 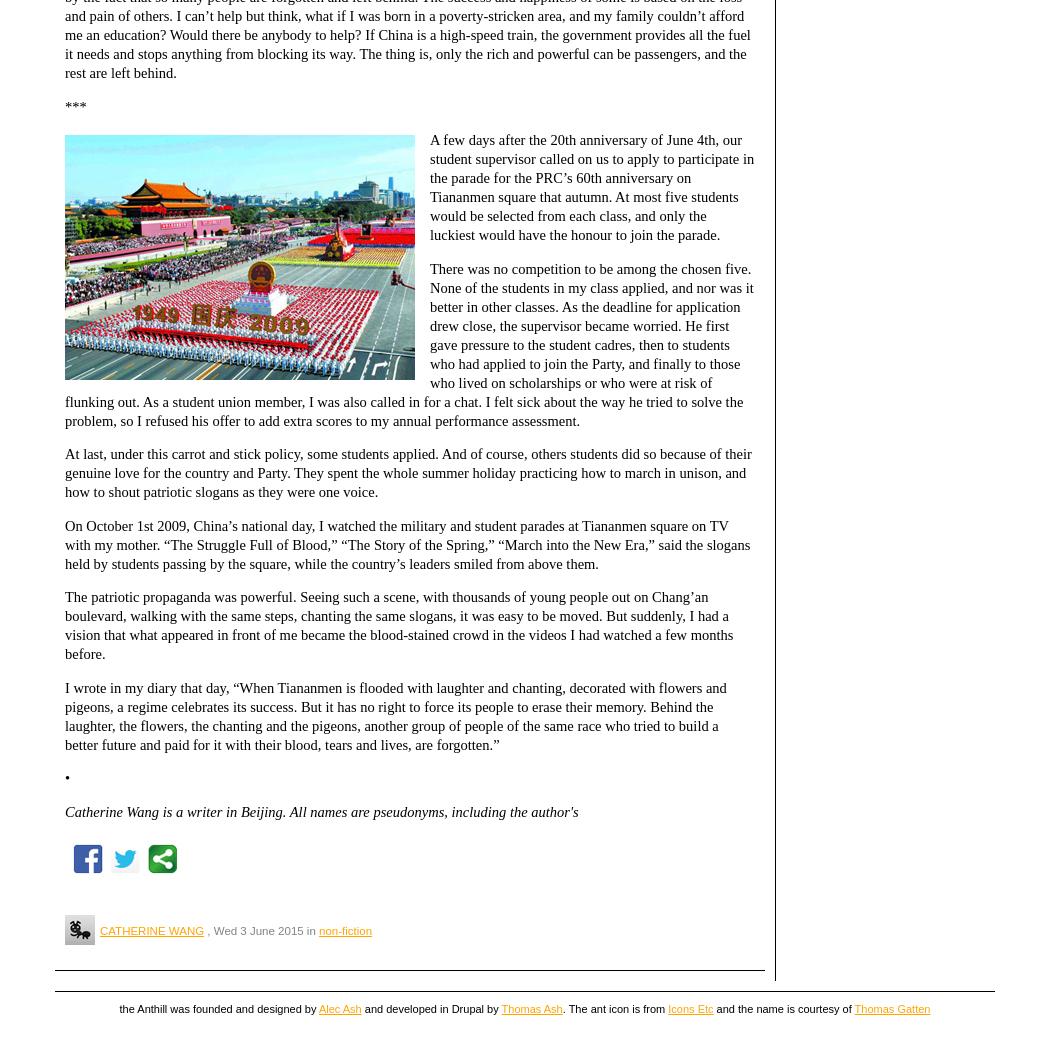 I want to click on 'There was no competition to be among the chosen five. None of the students in my class applied, and nor was it better in other classes. As the deadline for application drew close, the supervisor became worried. He first gave pressure to the student cadres, then to students who had applied to join the Party, and finally to those who lived on scholarships or who were at risk of flunking out. As a student union member, I was also called in for a chat. I felt sick about the way he tried to solve the problem, so I refused his offer to add extra scores to my annual performance assessment.', so click(x=408, y=343).